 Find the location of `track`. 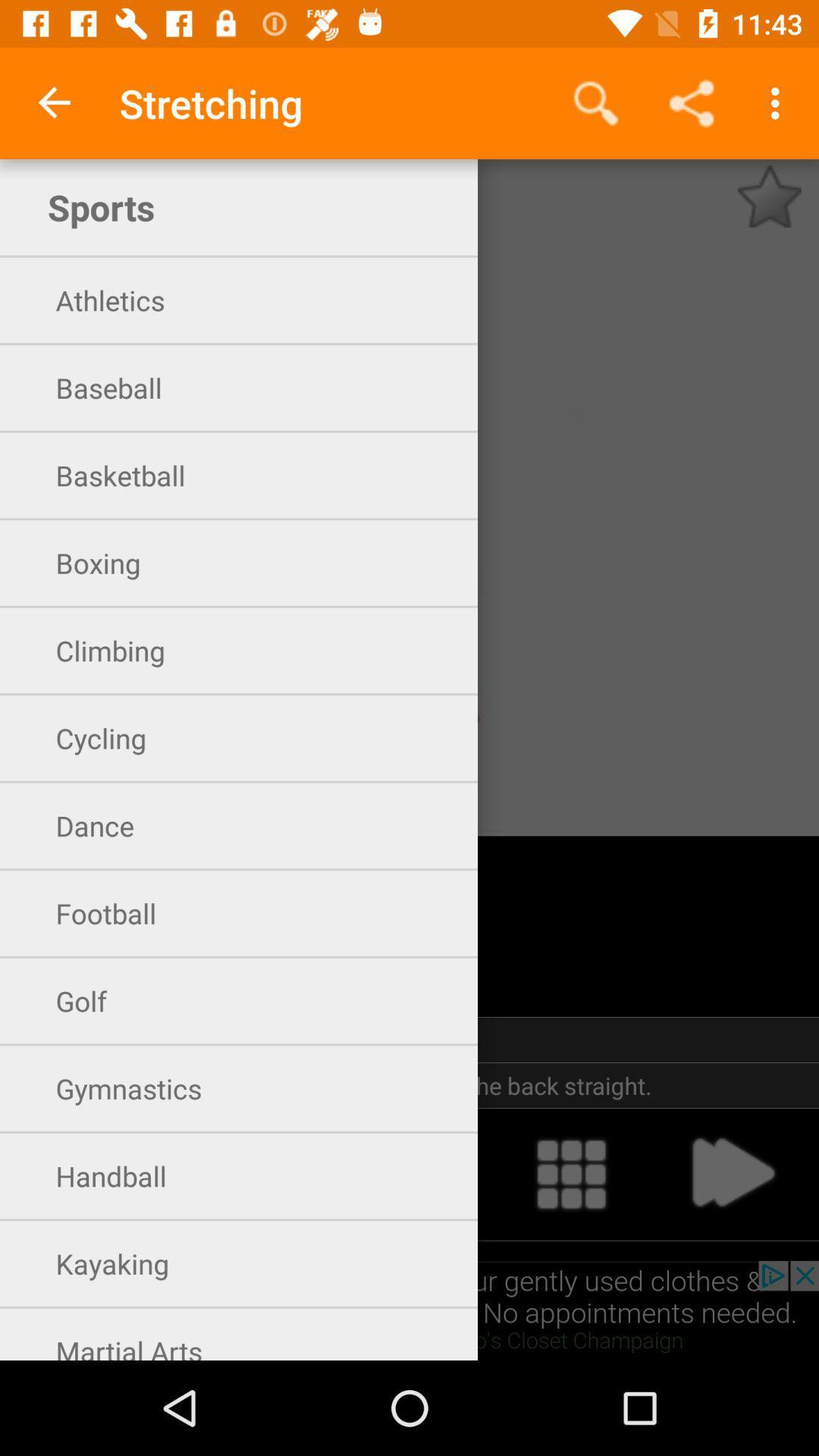

track is located at coordinates (571, 1173).